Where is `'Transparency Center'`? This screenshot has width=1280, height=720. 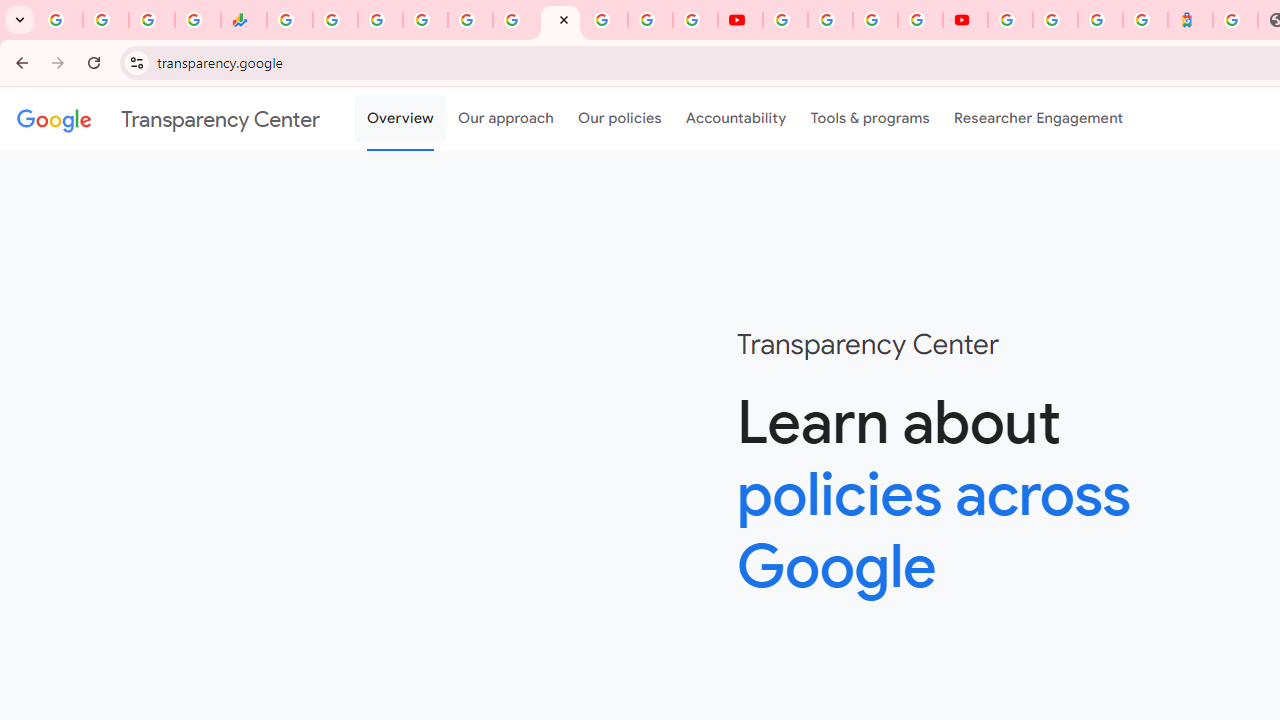 'Transparency Center' is located at coordinates (168, 119).